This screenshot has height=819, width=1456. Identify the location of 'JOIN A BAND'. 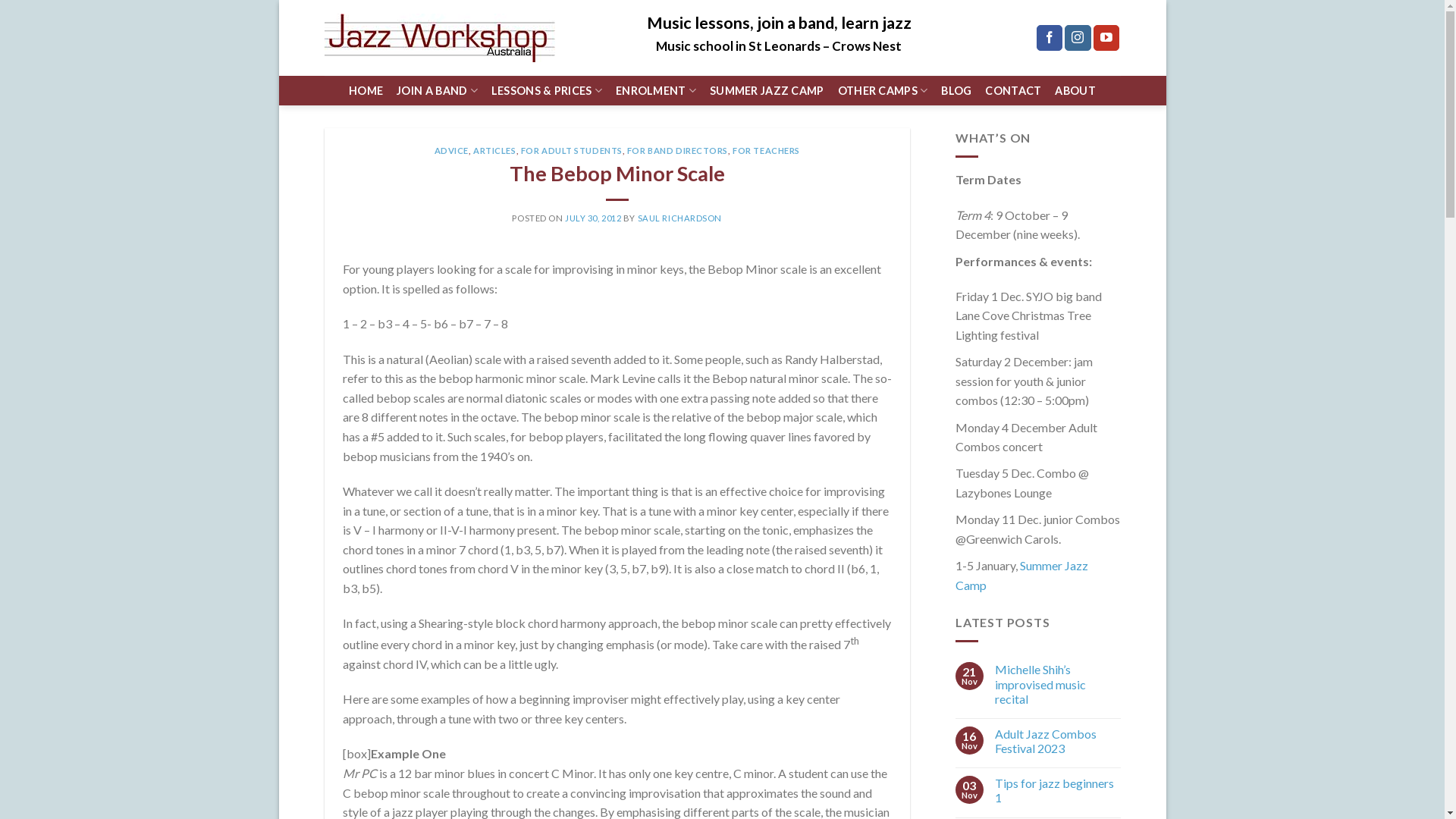
(436, 90).